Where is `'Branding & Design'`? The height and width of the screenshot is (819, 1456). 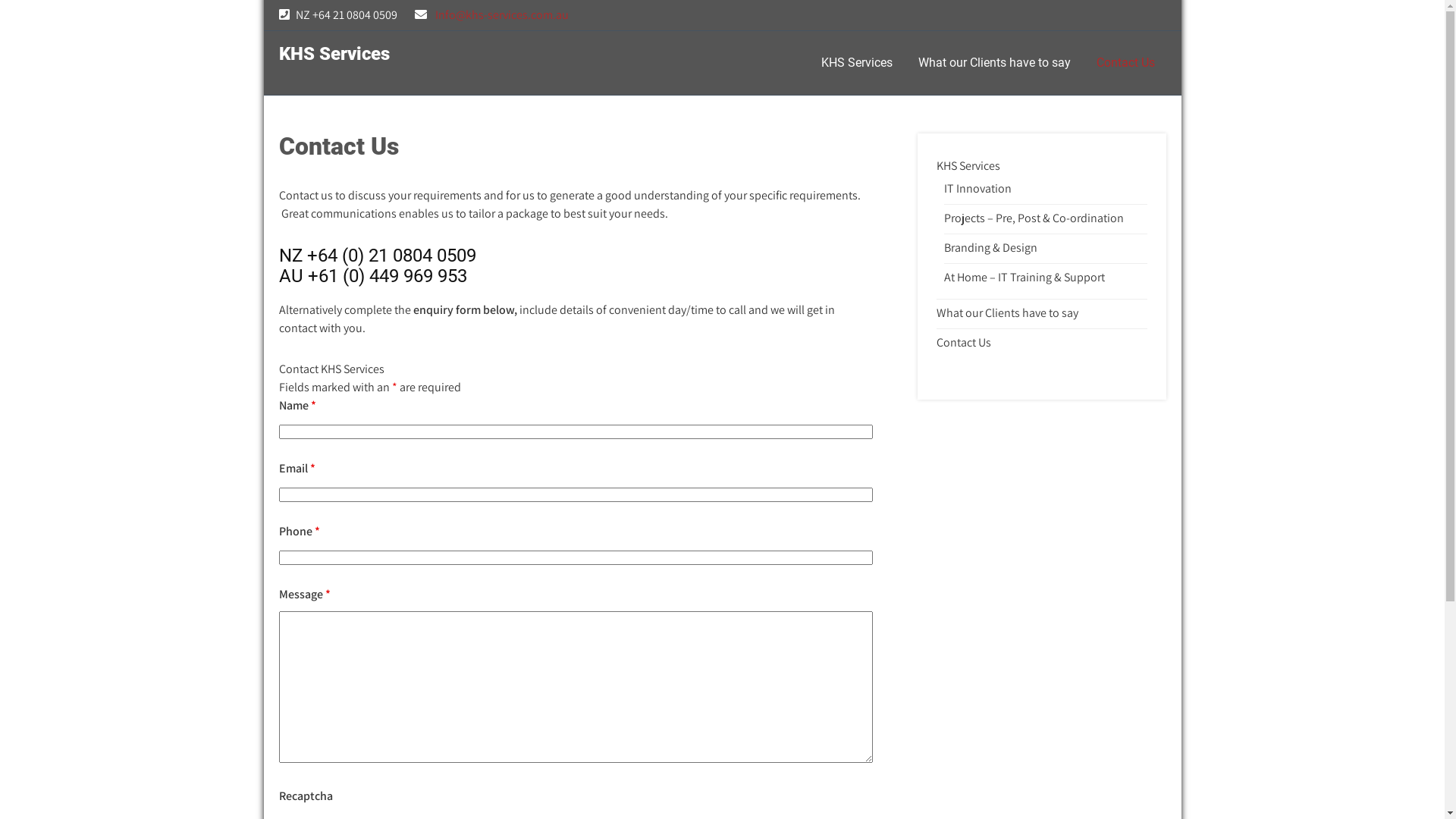 'Branding & Design' is located at coordinates (990, 247).